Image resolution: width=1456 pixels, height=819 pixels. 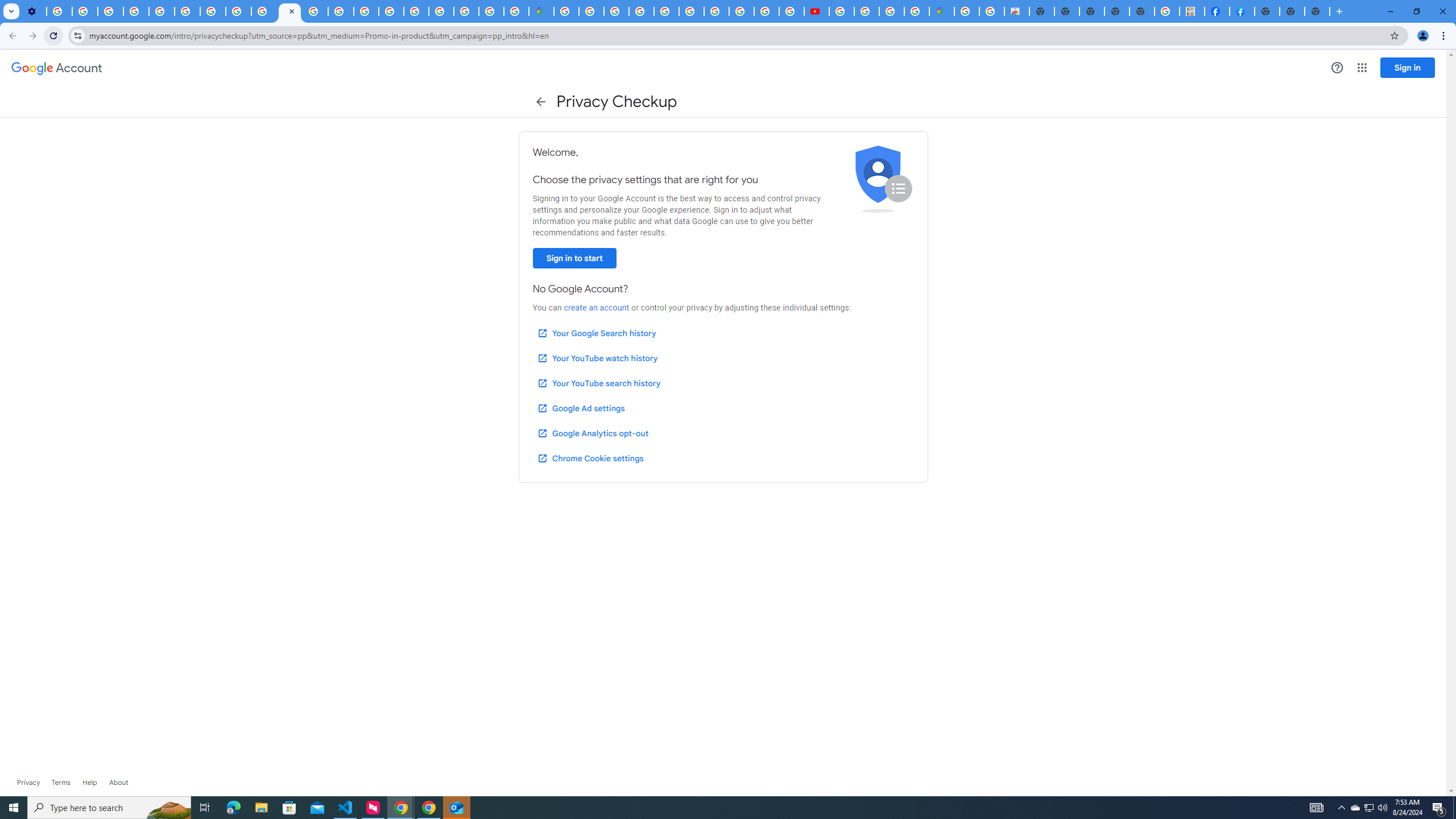 I want to click on 'Your YouTube search history', so click(x=598, y=383).